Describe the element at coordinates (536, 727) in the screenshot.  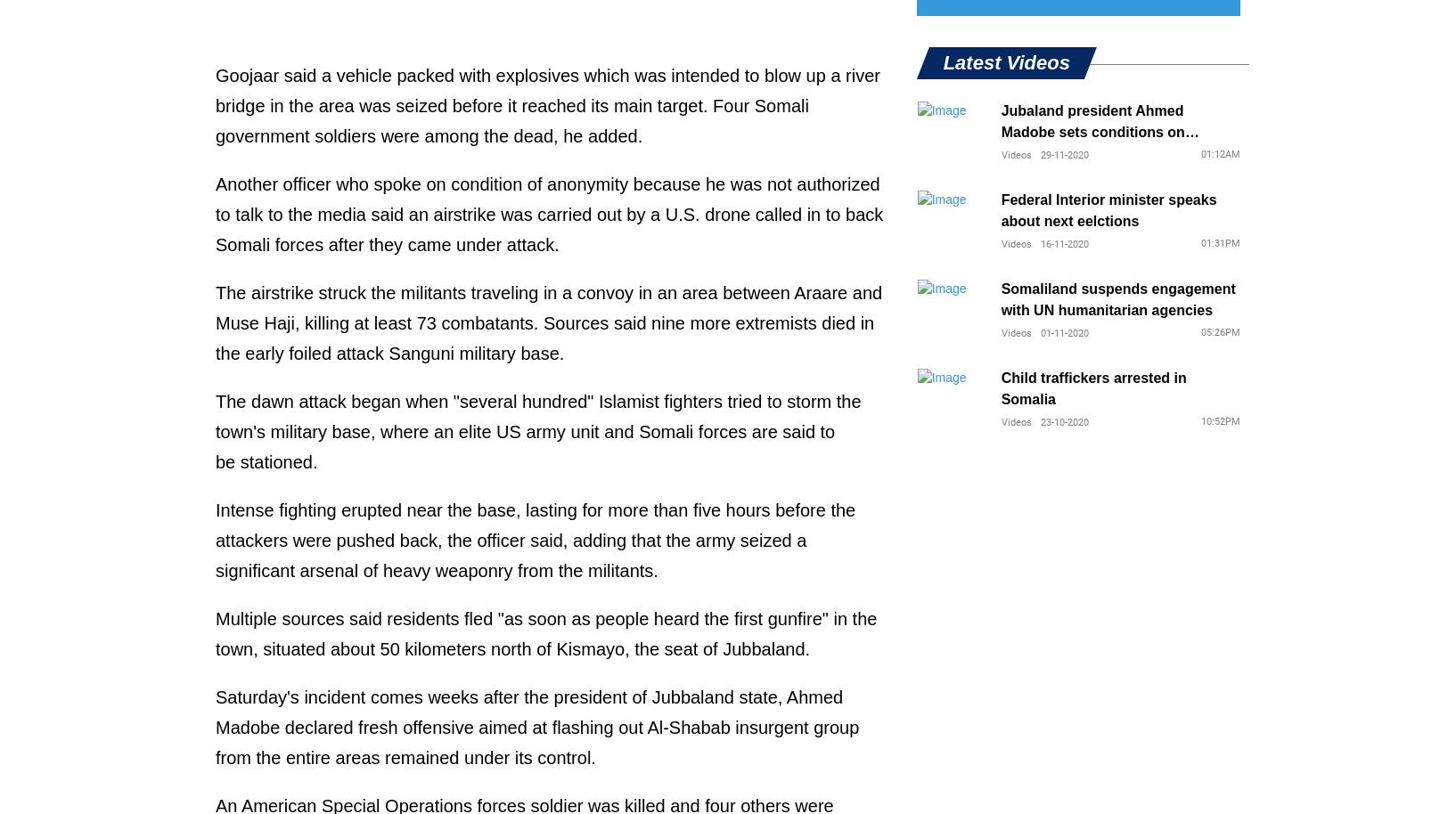
I see `'Saturday's incident comes weeks after the president of Jubbaland state, Ahmed Madobe declared fresh offensive aimed at flashing out Al-Shabab insurgent group from the entire areas remained under its control.'` at that location.